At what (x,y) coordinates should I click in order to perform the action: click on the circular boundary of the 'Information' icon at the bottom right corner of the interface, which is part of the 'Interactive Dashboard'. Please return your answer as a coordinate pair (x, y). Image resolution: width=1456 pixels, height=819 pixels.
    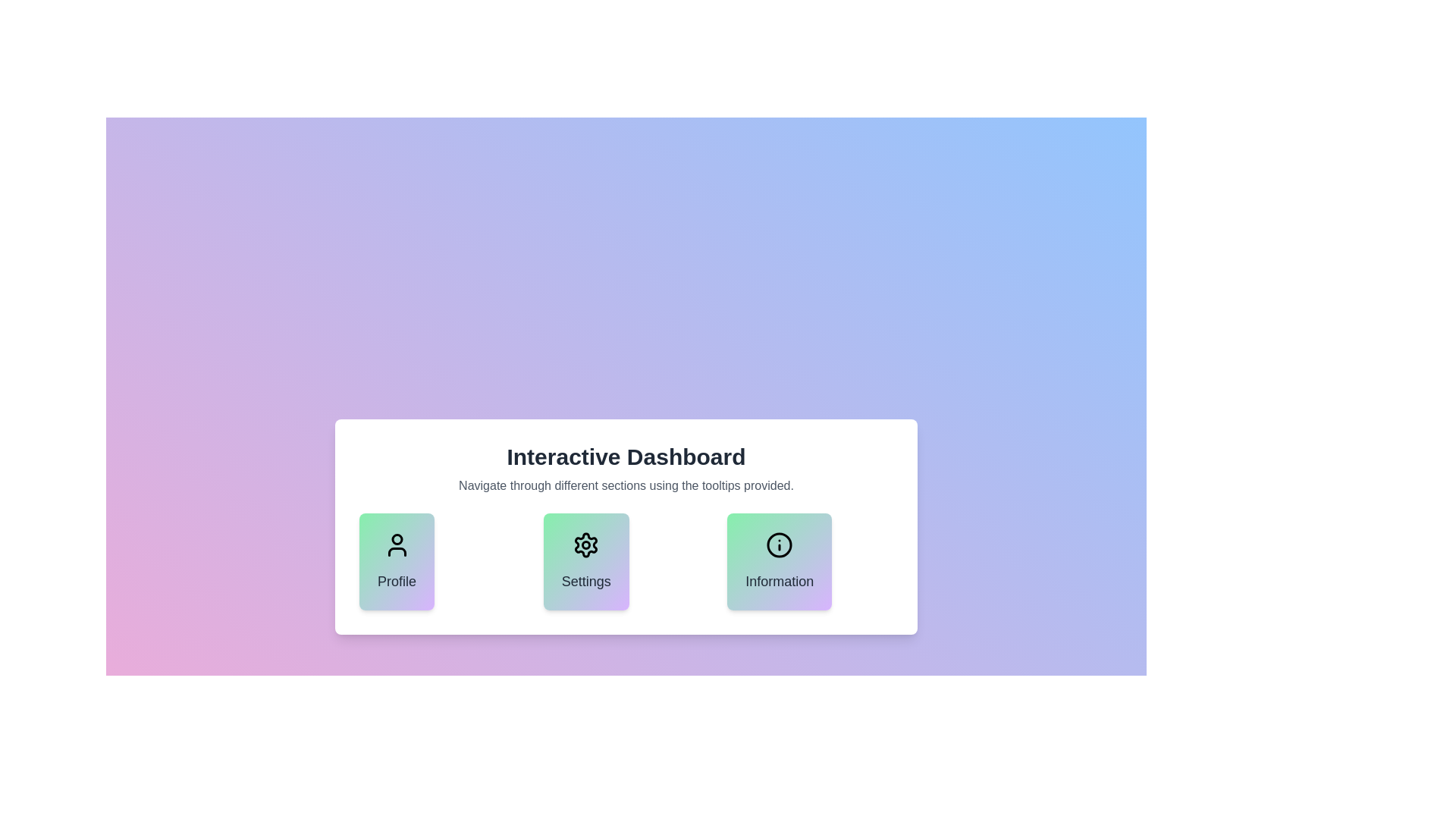
    Looking at the image, I should click on (780, 544).